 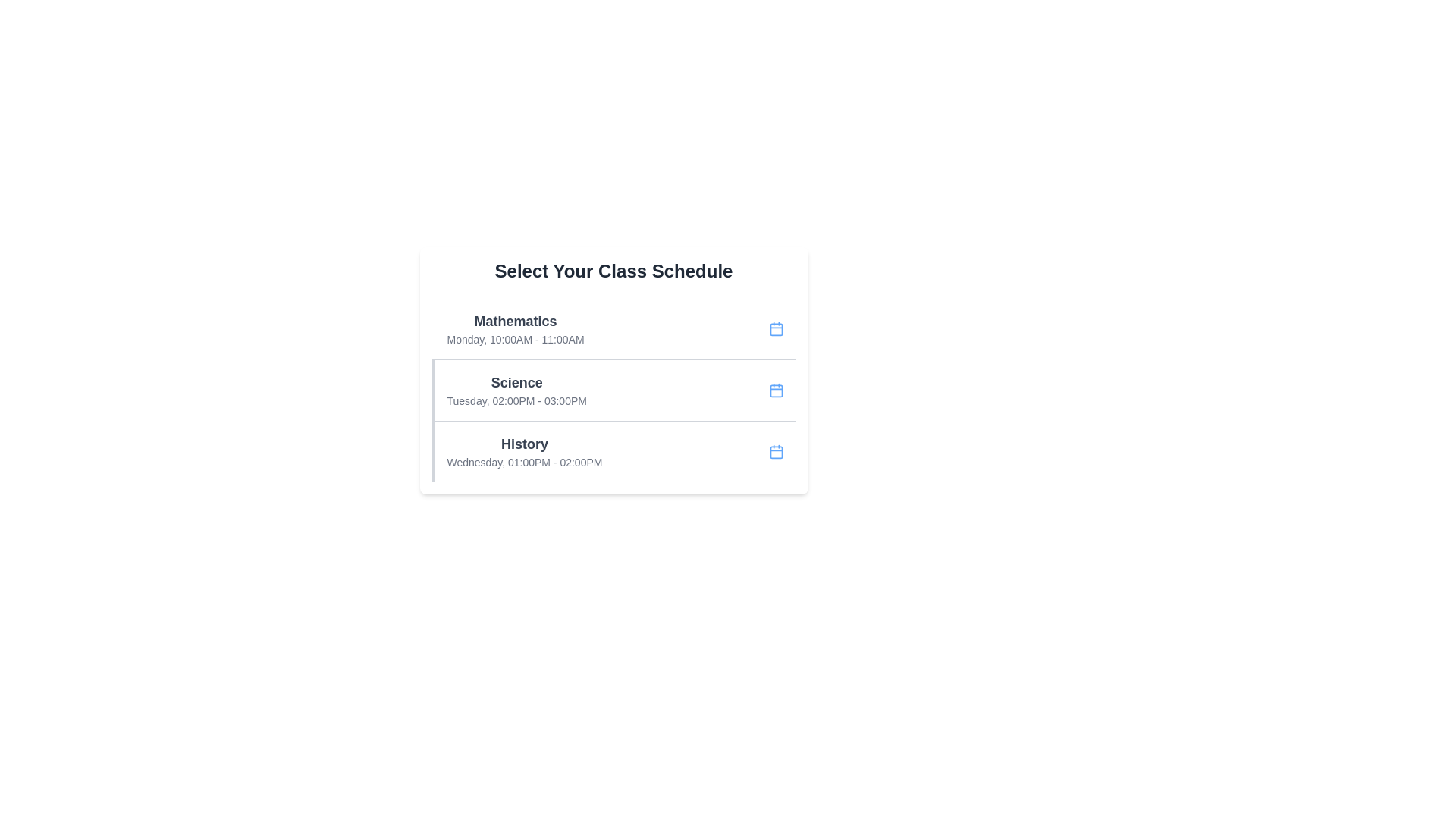 I want to click on the third item in the list displaying class schedule information, located below the 'Select Your Class Schedule' header and above additional elements, to possibly view additional details, so click(x=524, y=451).